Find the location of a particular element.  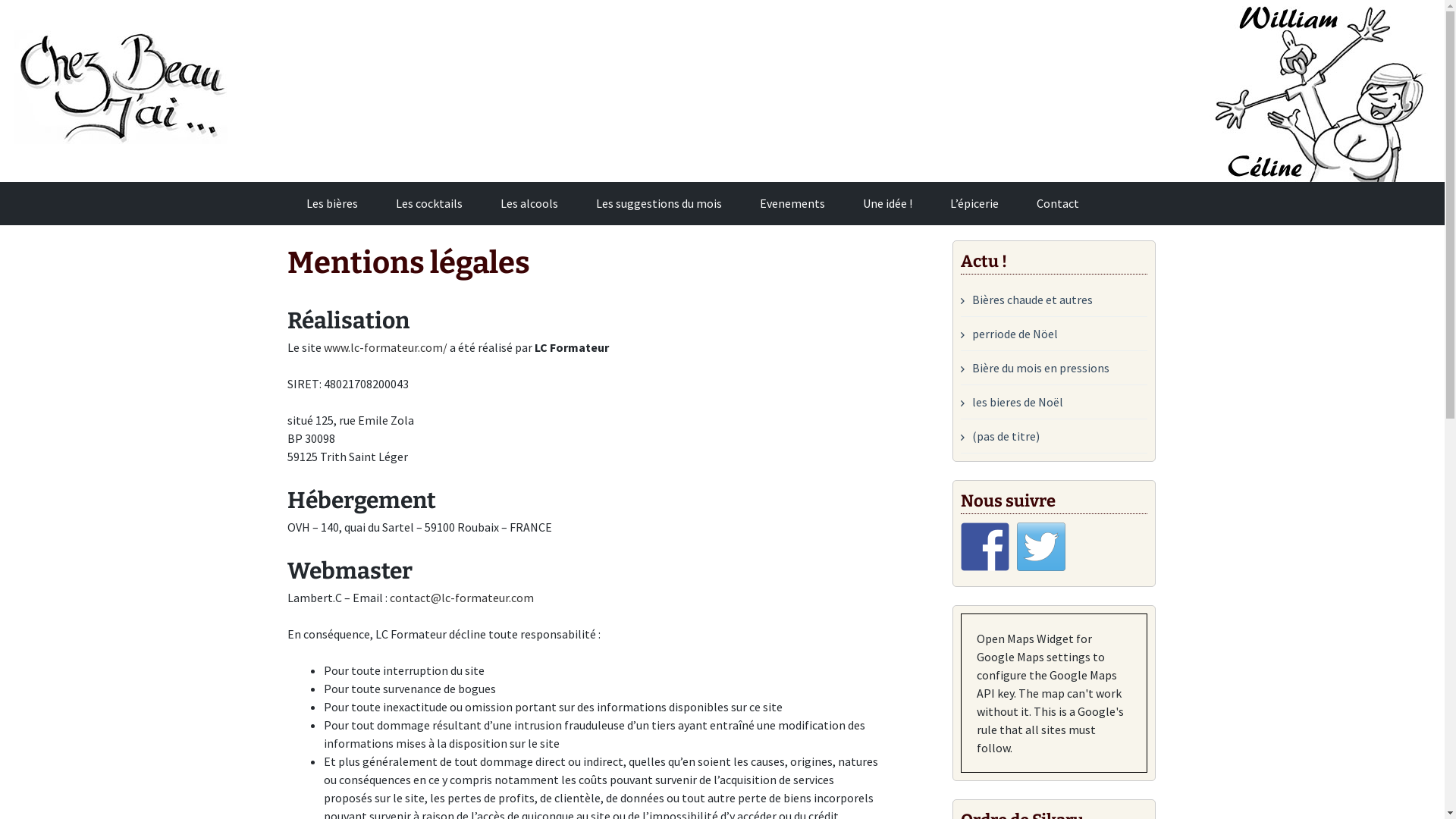

'Les alcools' is located at coordinates (529, 202).